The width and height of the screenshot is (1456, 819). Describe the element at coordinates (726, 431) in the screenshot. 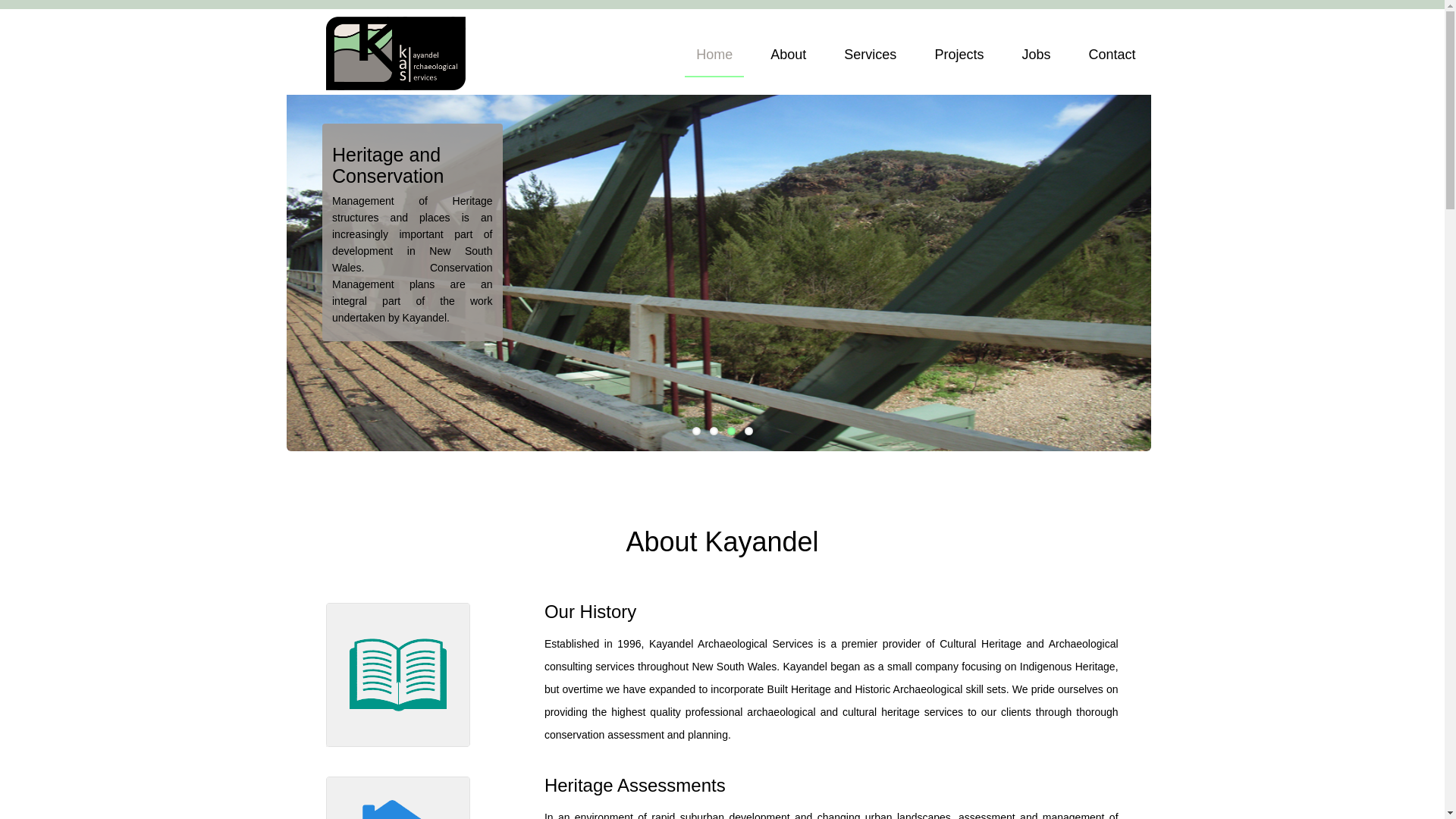

I see `'3'` at that location.